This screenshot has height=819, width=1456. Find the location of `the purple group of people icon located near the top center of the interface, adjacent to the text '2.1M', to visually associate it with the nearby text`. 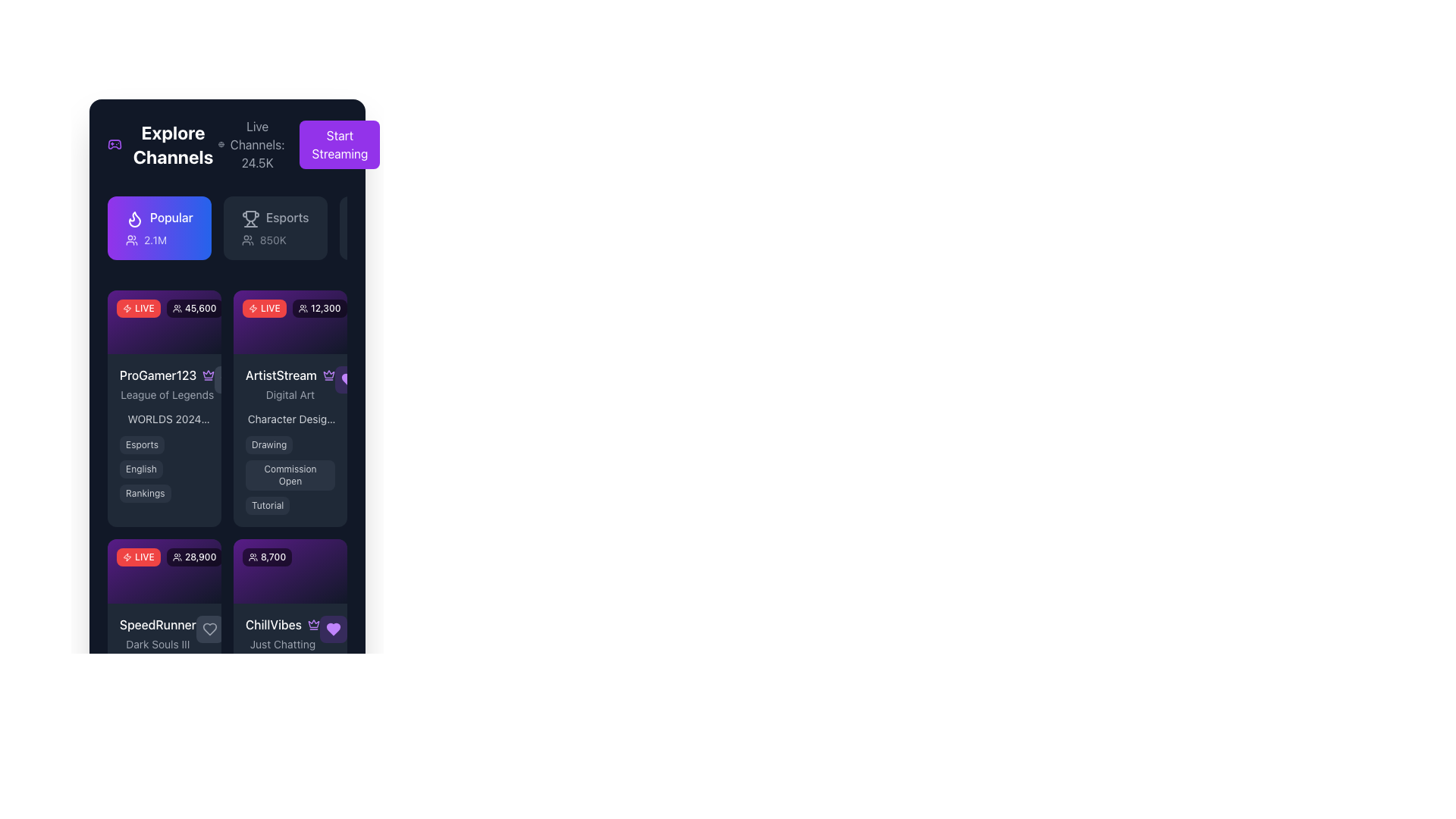

the purple group of people icon located near the top center of the interface, adjacent to the text '2.1M', to visually associate it with the nearby text is located at coordinates (131, 239).